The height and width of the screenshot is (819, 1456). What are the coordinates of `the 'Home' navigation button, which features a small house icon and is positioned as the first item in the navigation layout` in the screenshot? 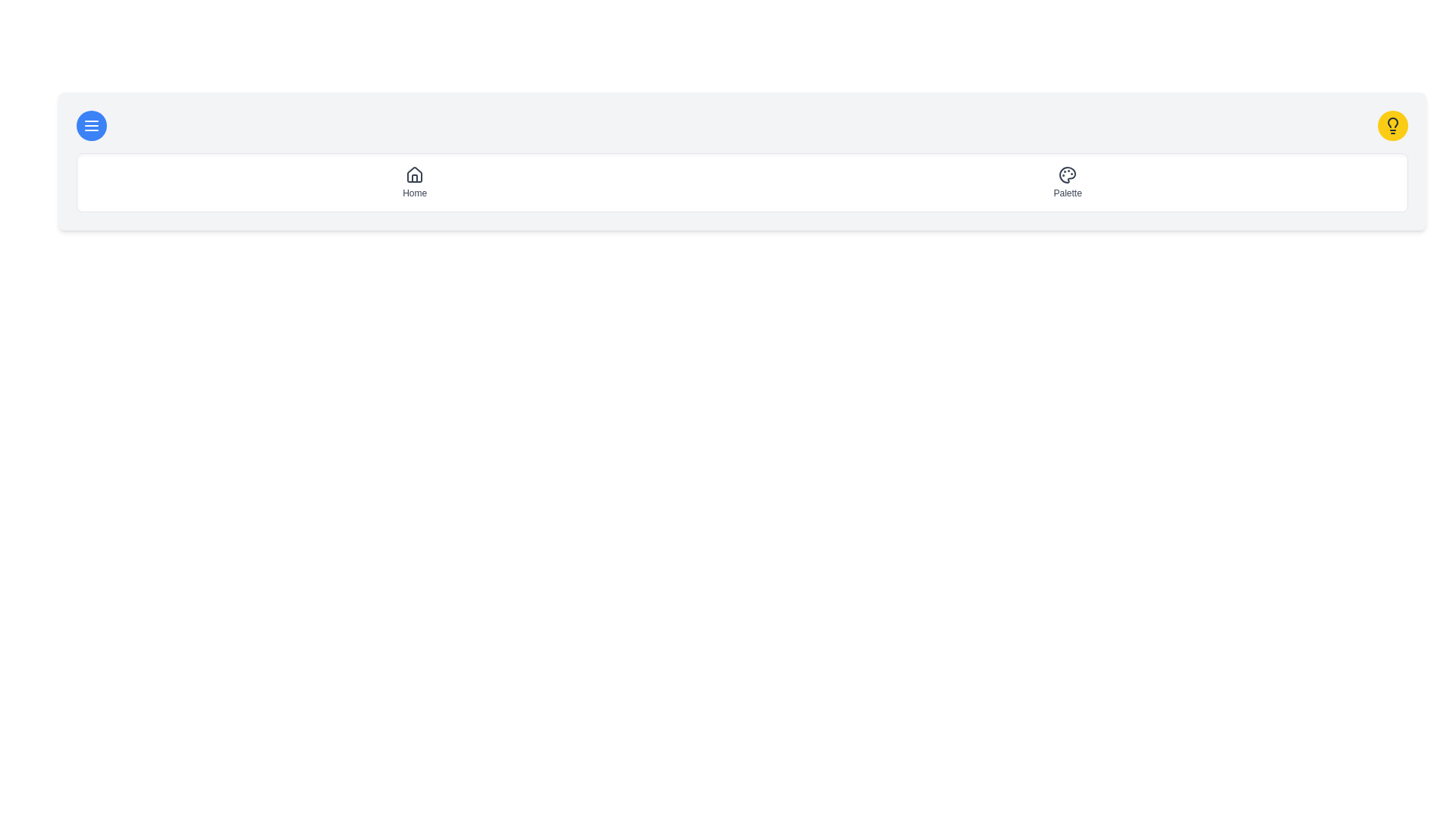 It's located at (415, 181).